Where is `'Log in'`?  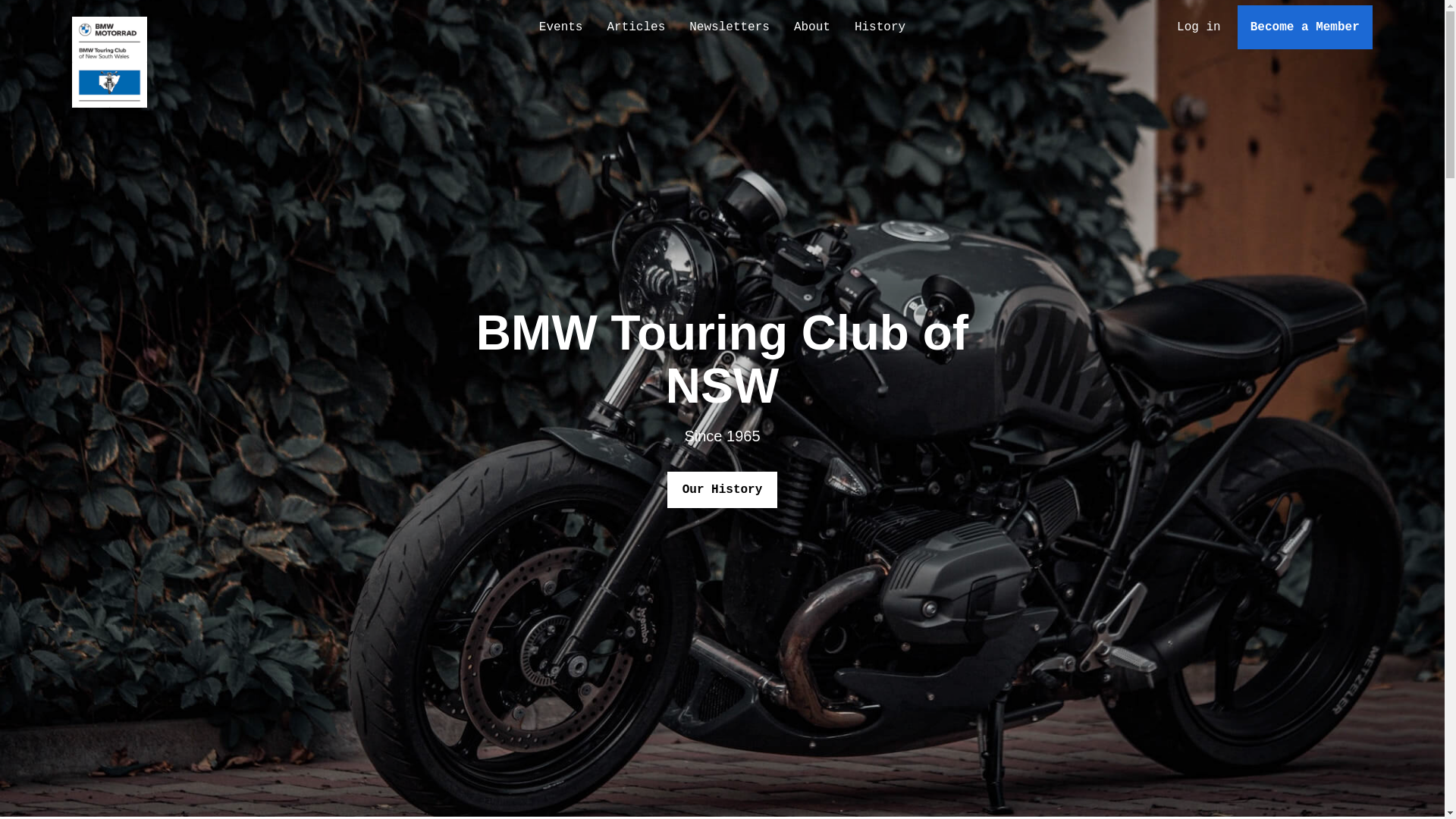 'Log in' is located at coordinates (1197, 27).